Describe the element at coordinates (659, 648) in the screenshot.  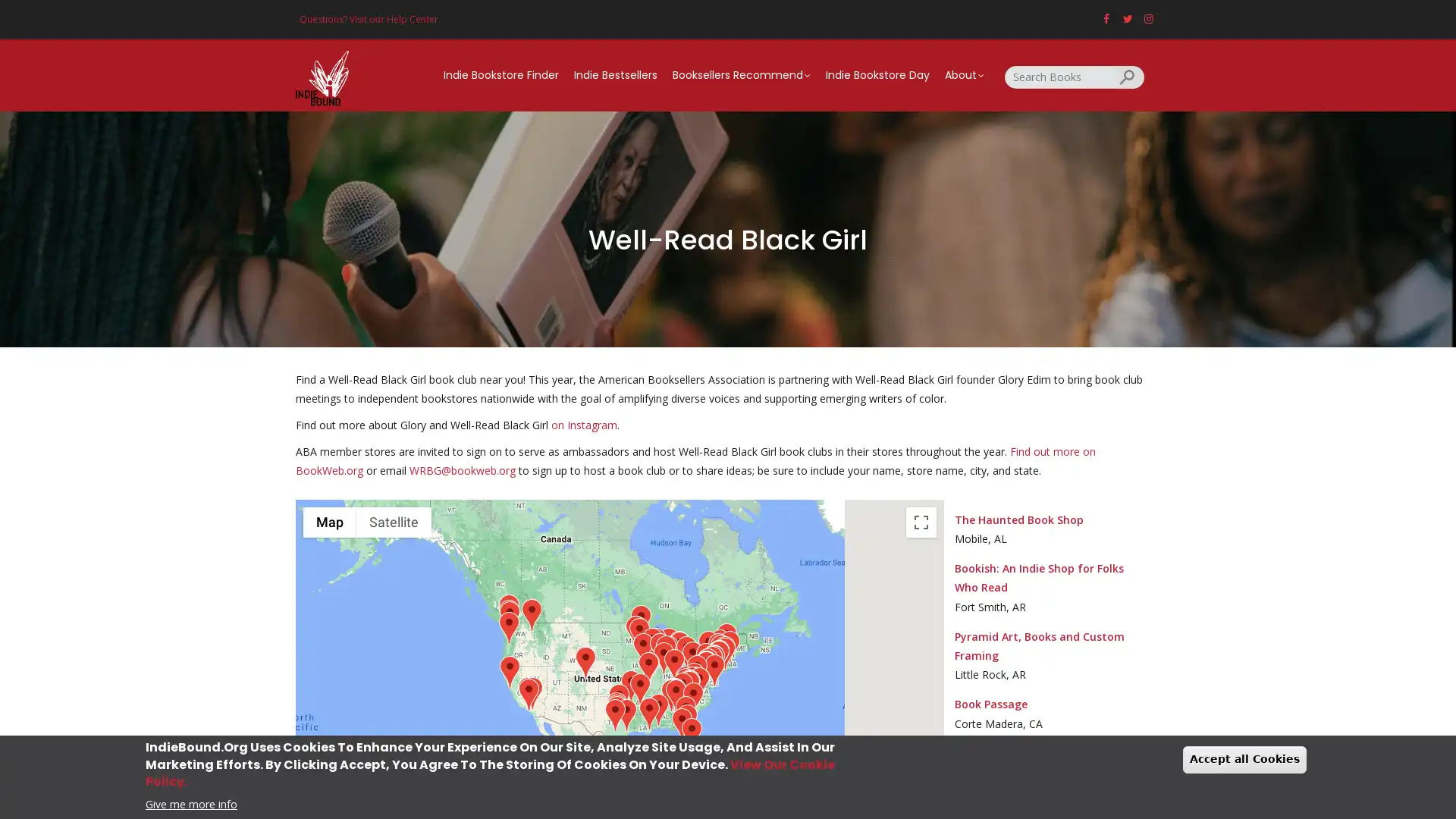
I see `Bookends & Beginnings` at that location.